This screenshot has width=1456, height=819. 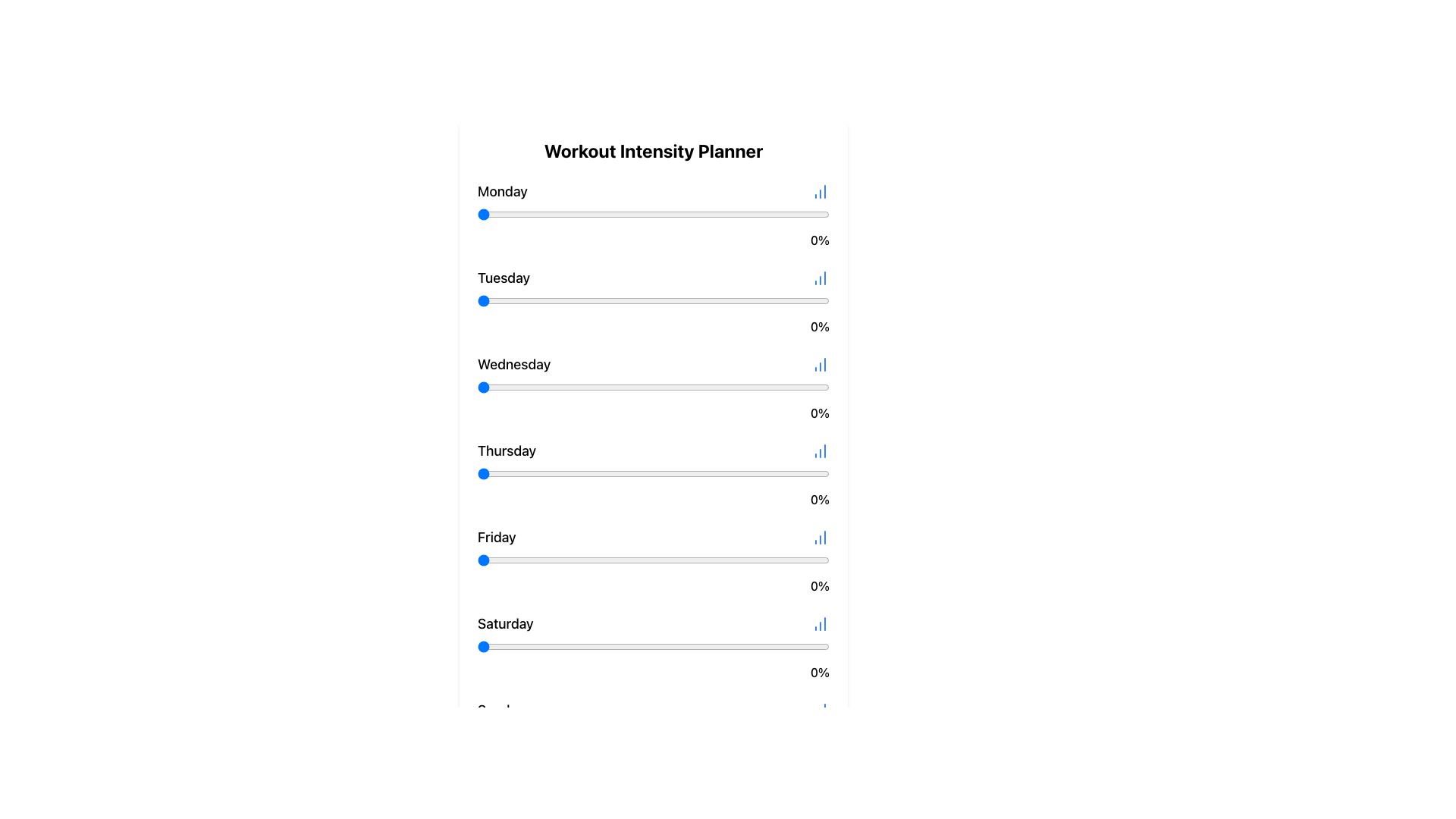 What do you see at coordinates (677, 214) in the screenshot?
I see `Monday's intensity` at bounding box center [677, 214].